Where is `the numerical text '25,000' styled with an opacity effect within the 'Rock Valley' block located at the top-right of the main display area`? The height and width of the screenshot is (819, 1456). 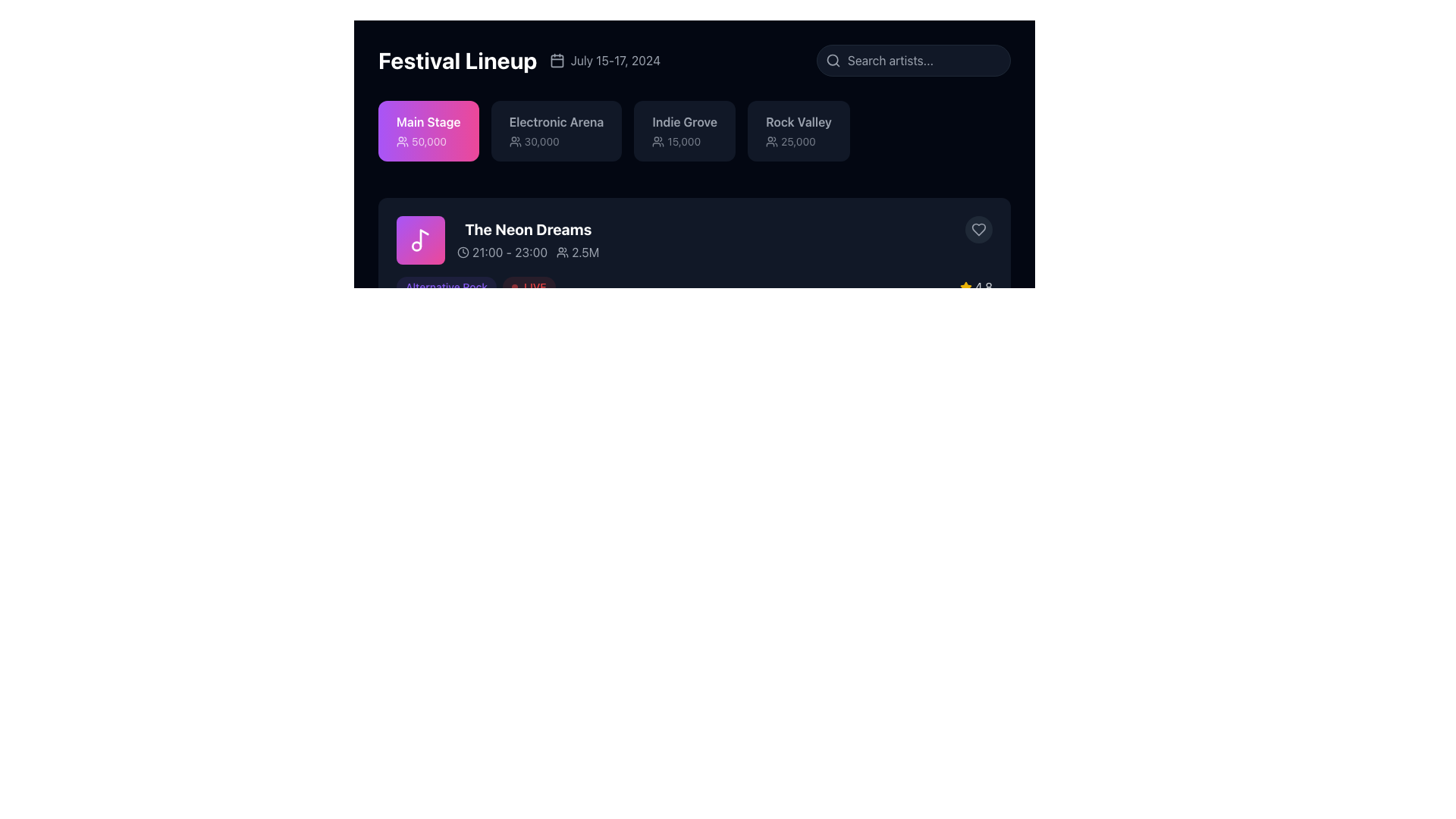
the numerical text '25,000' styled with an opacity effect within the 'Rock Valley' block located at the top-right of the main display area is located at coordinates (797, 141).